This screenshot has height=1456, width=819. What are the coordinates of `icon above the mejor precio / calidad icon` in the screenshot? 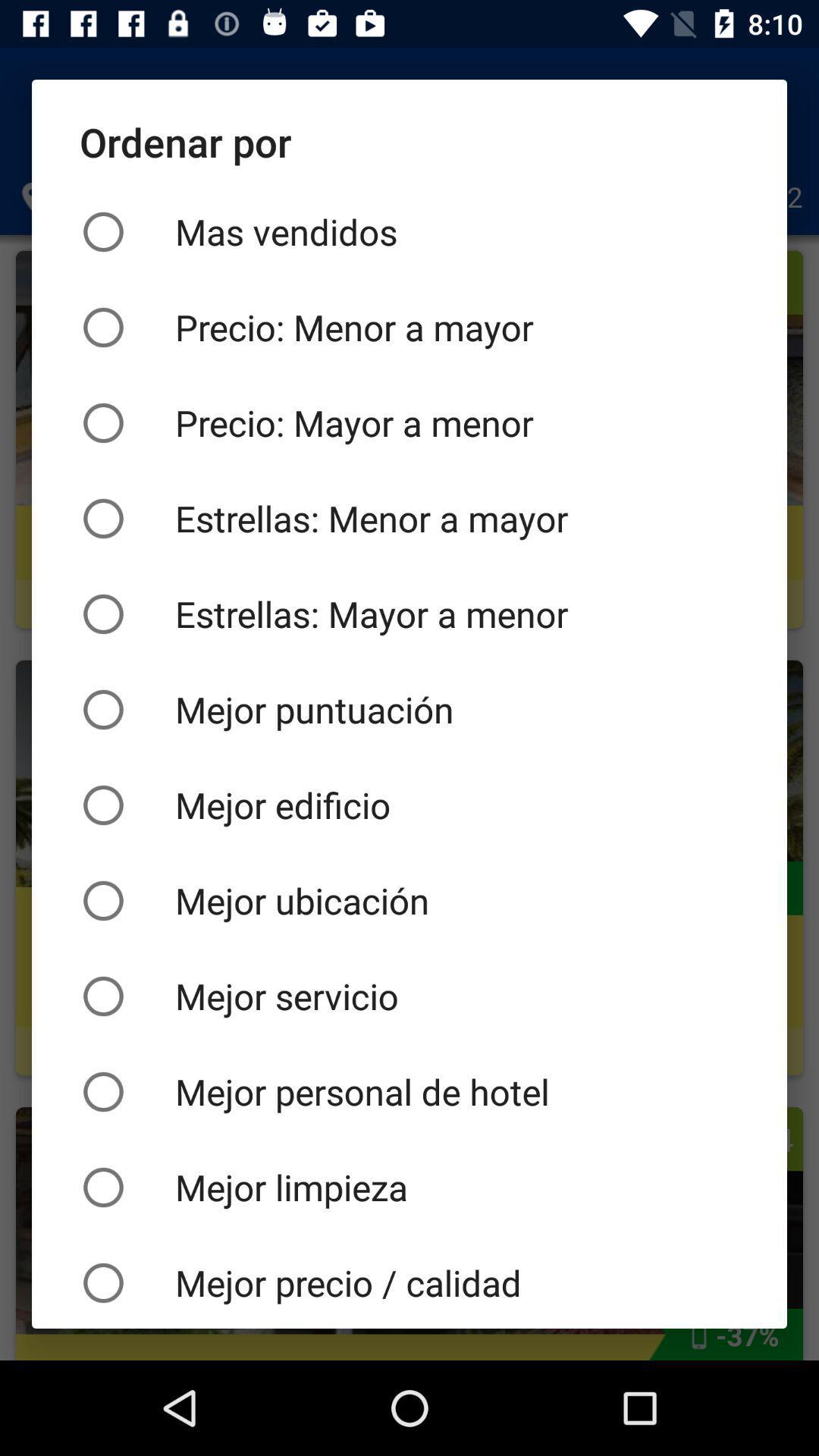 It's located at (409, 1186).